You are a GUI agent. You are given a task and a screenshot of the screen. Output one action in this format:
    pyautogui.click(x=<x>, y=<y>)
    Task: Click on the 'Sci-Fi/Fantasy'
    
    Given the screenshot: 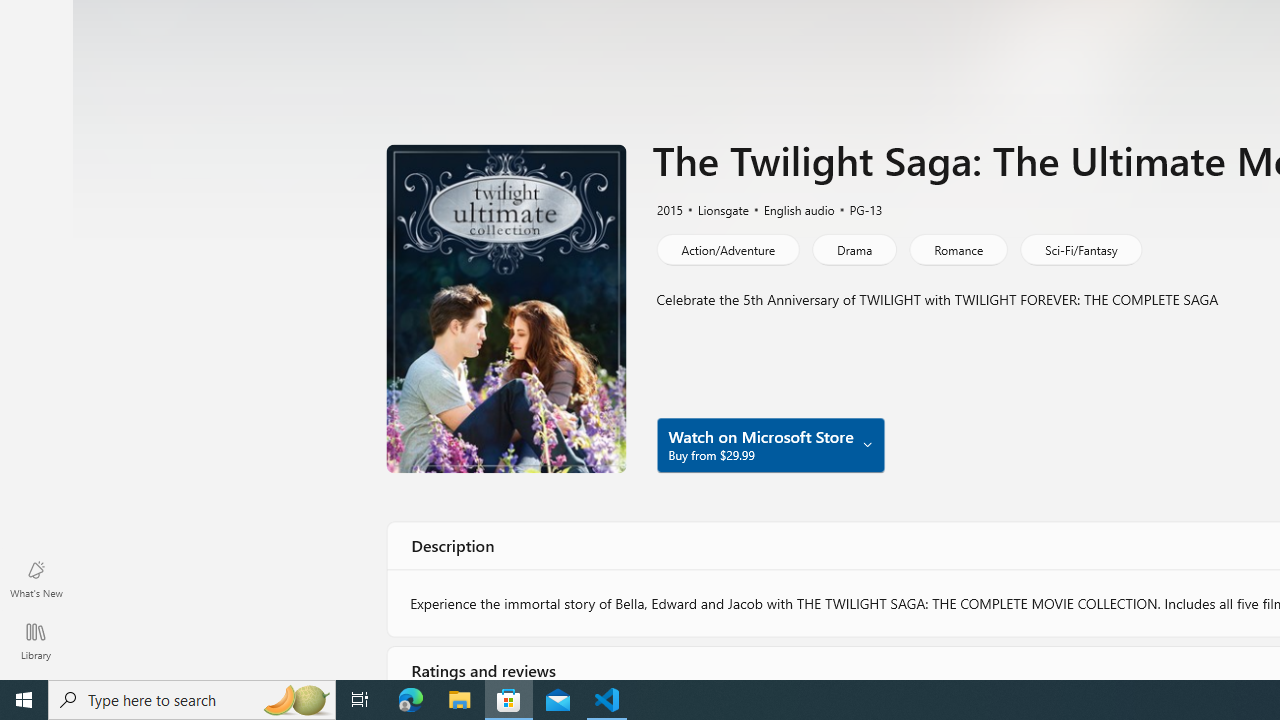 What is the action you would take?
    pyautogui.click(x=1079, y=248)
    